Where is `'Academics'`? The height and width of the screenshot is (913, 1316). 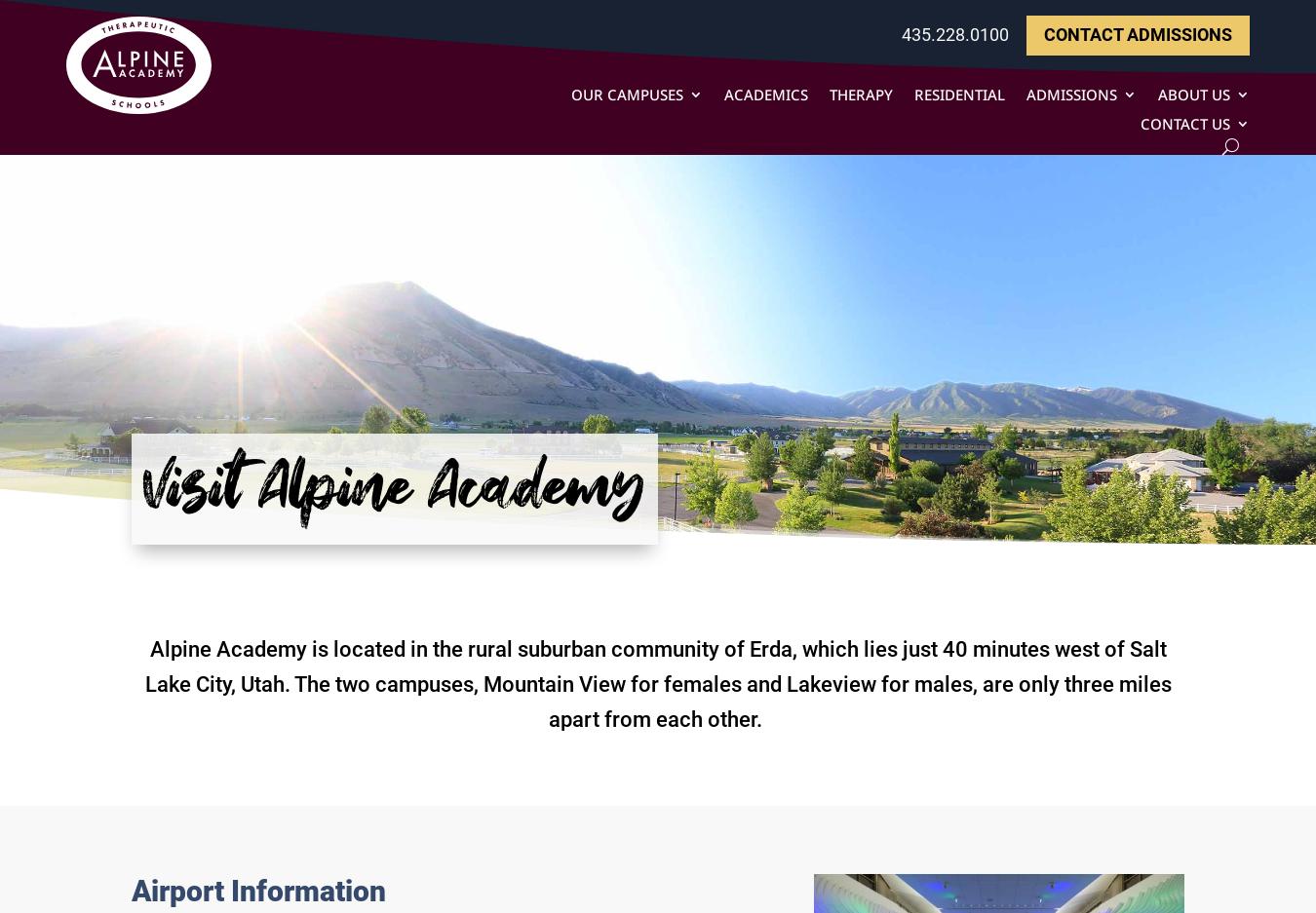 'Academics' is located at coordinates (723, 93).